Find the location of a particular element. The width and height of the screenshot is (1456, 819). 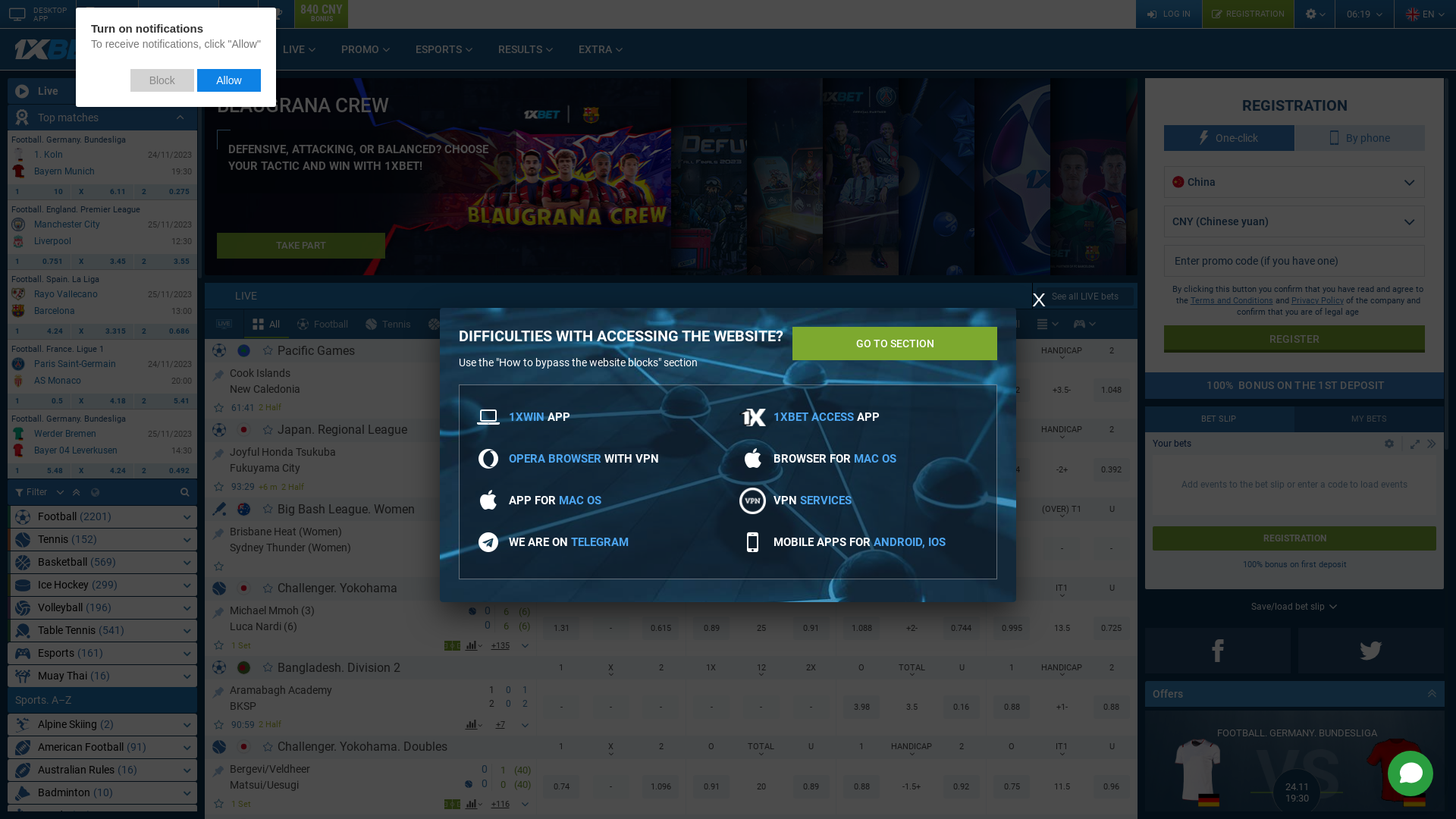

'Bangladesh' is located at coordinates (243, 667).